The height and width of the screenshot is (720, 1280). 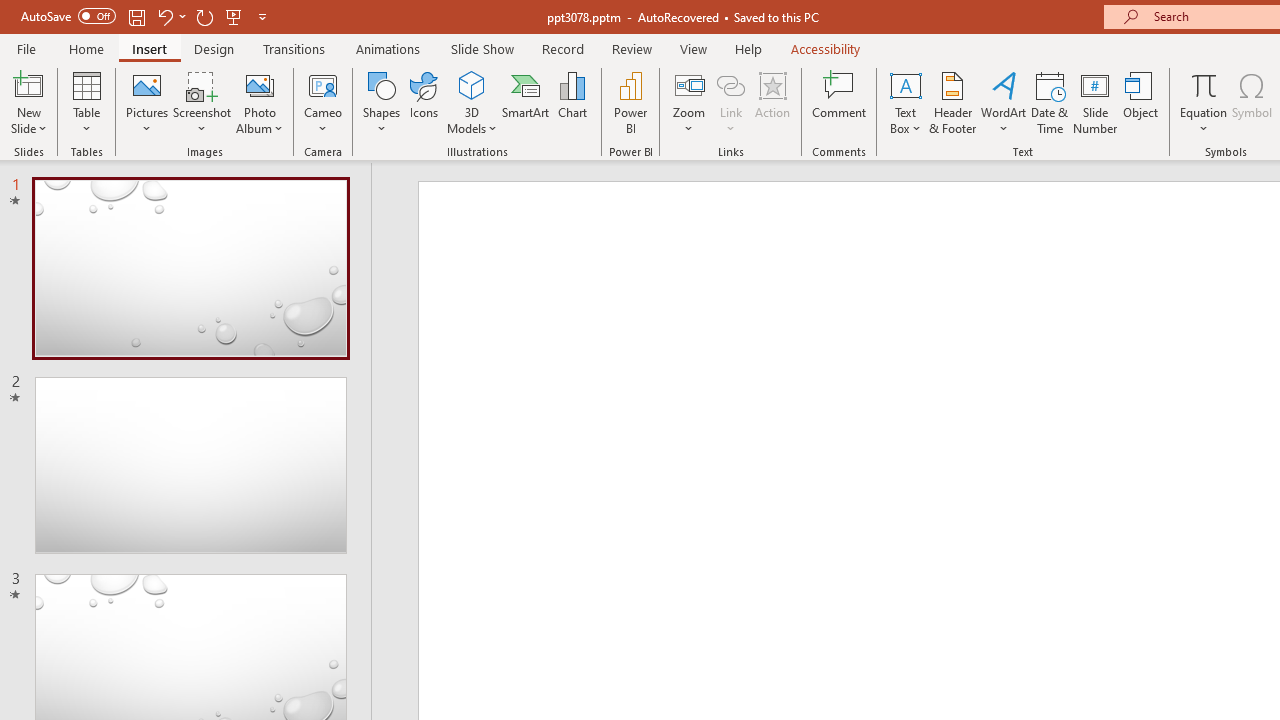 I want to click on 'Screenshot', so click(x=202, y=103).